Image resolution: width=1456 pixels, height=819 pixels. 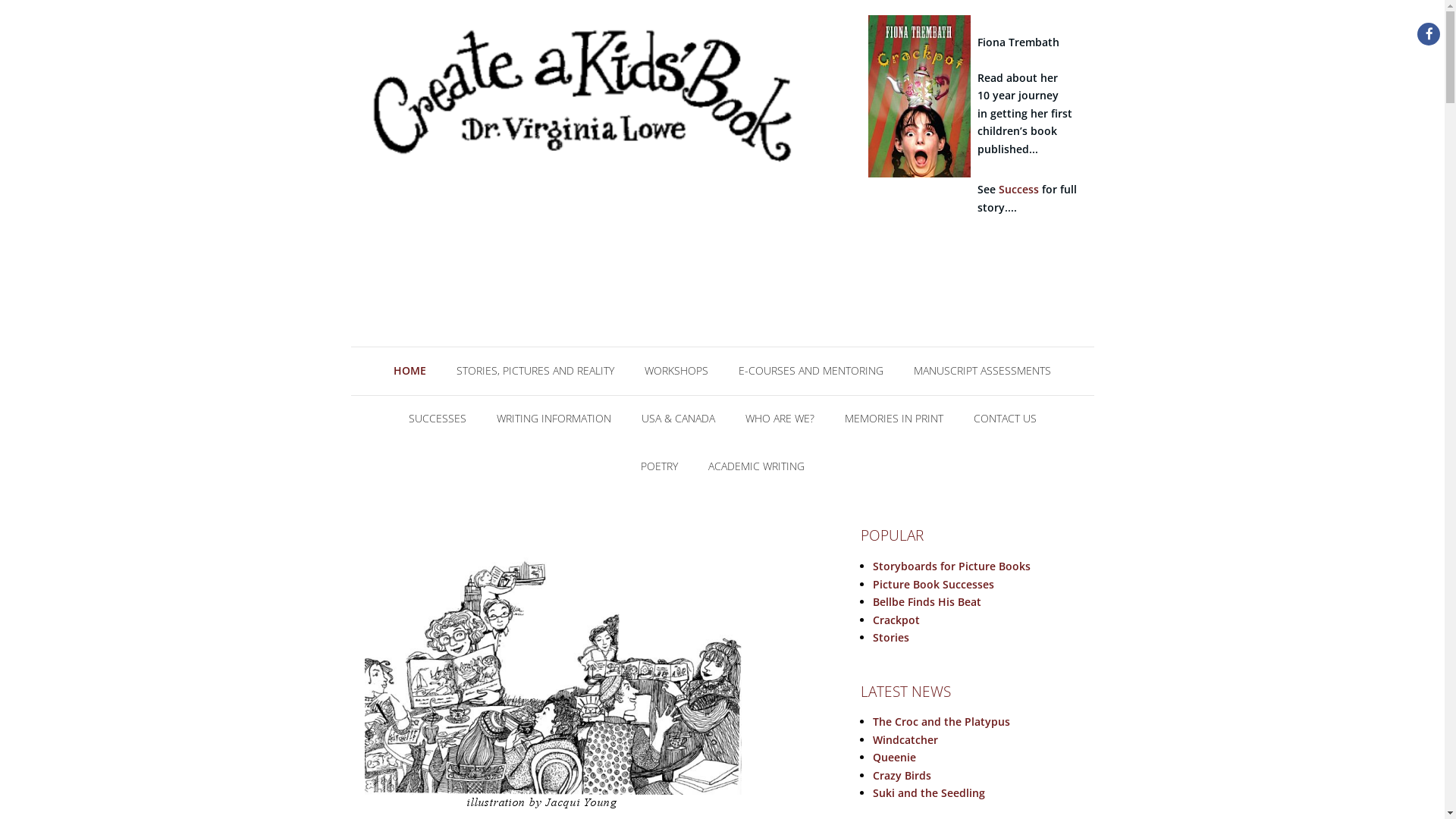 What do you see at coordinates (894, 416) in the screenshot?
I see `'MEMORIES IN PRINT'` at bounding box center [894, 416].